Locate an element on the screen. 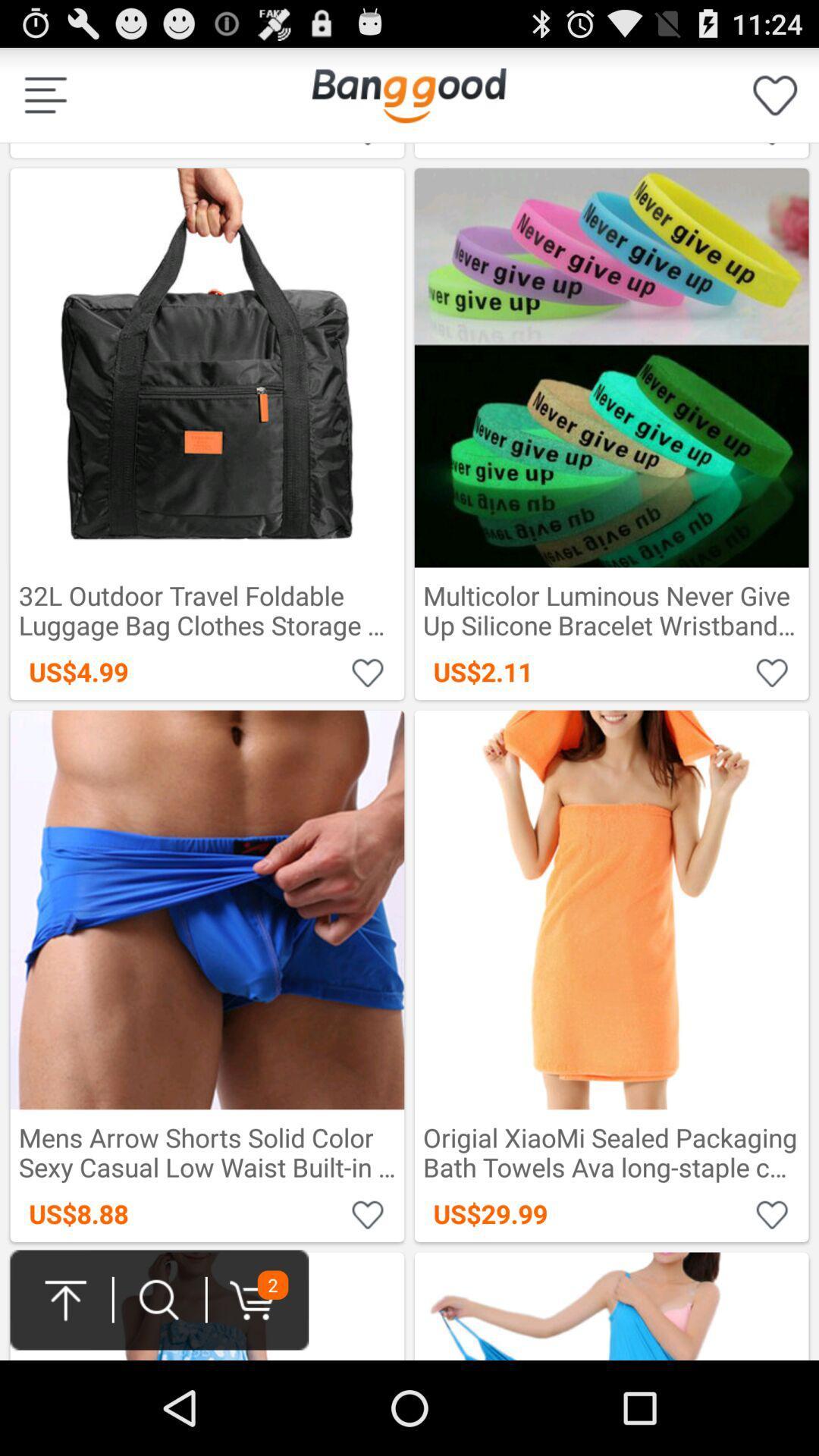 This screenshot has width=819, height=1456. wish list is located at coordinates (772, 671).